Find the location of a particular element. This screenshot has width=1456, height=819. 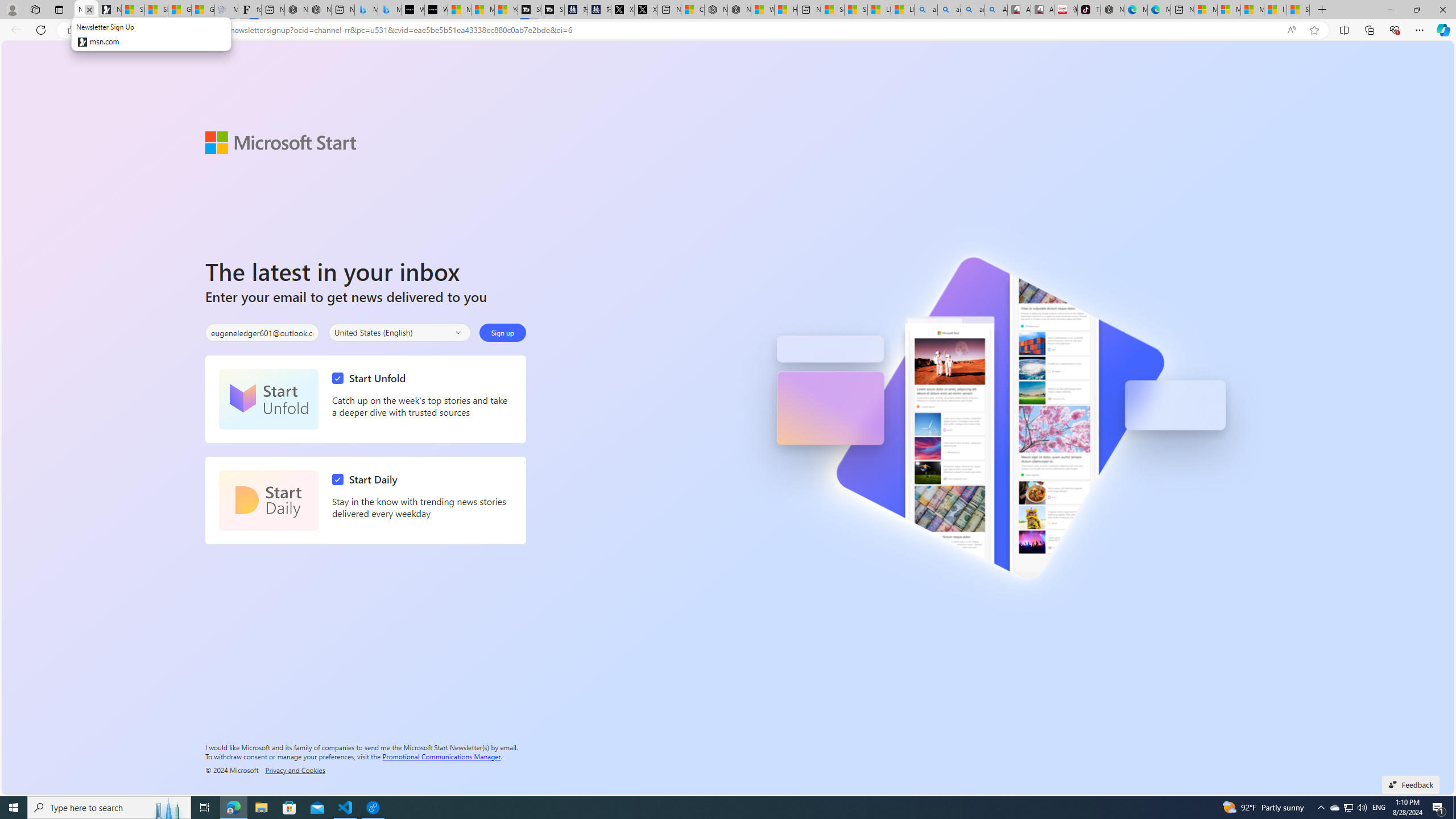

'Start Unfold' is located at coordinates (371, 378).